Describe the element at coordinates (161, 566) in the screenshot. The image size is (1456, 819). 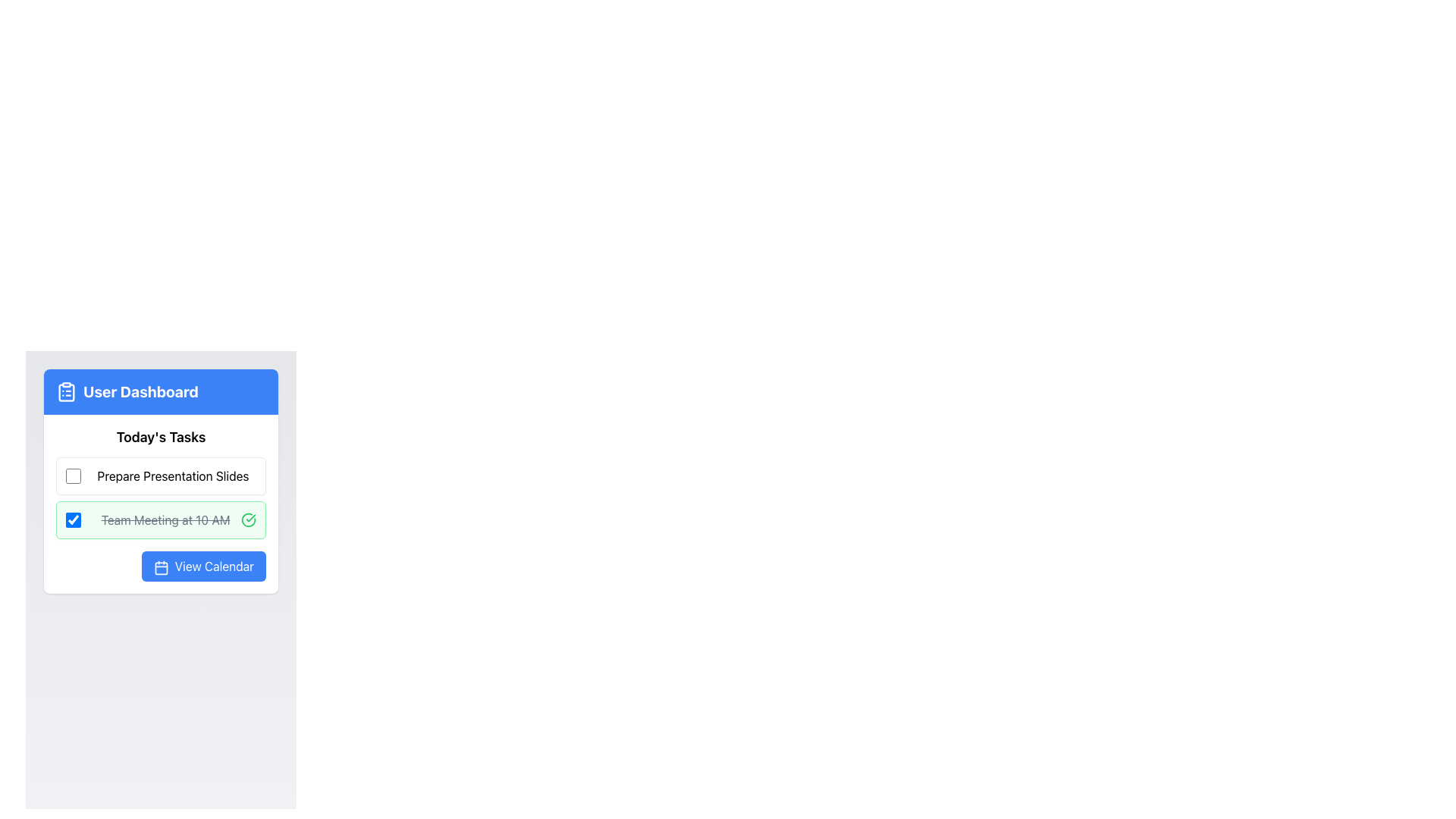
I see `the button that navigates to the calendar view located at the bottom of the task panel` at that location.